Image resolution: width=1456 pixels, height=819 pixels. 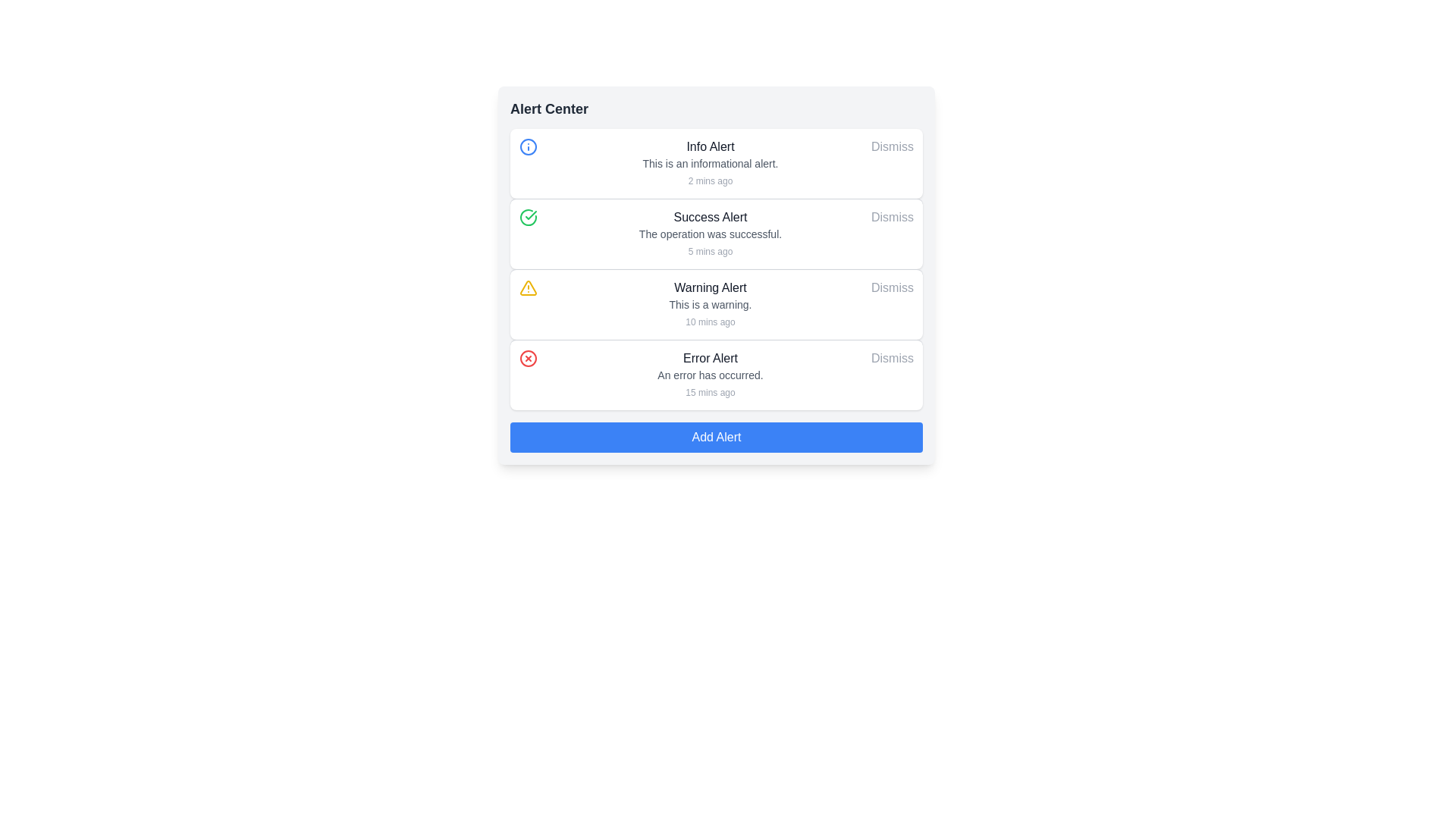 What do you see at coordinates (528, 146) in the screenshot?
I see `the blue informational icon in the top-left corner of the first alert card, adjacent to the 'Info Alert' text` at bounding box center [528, 146].